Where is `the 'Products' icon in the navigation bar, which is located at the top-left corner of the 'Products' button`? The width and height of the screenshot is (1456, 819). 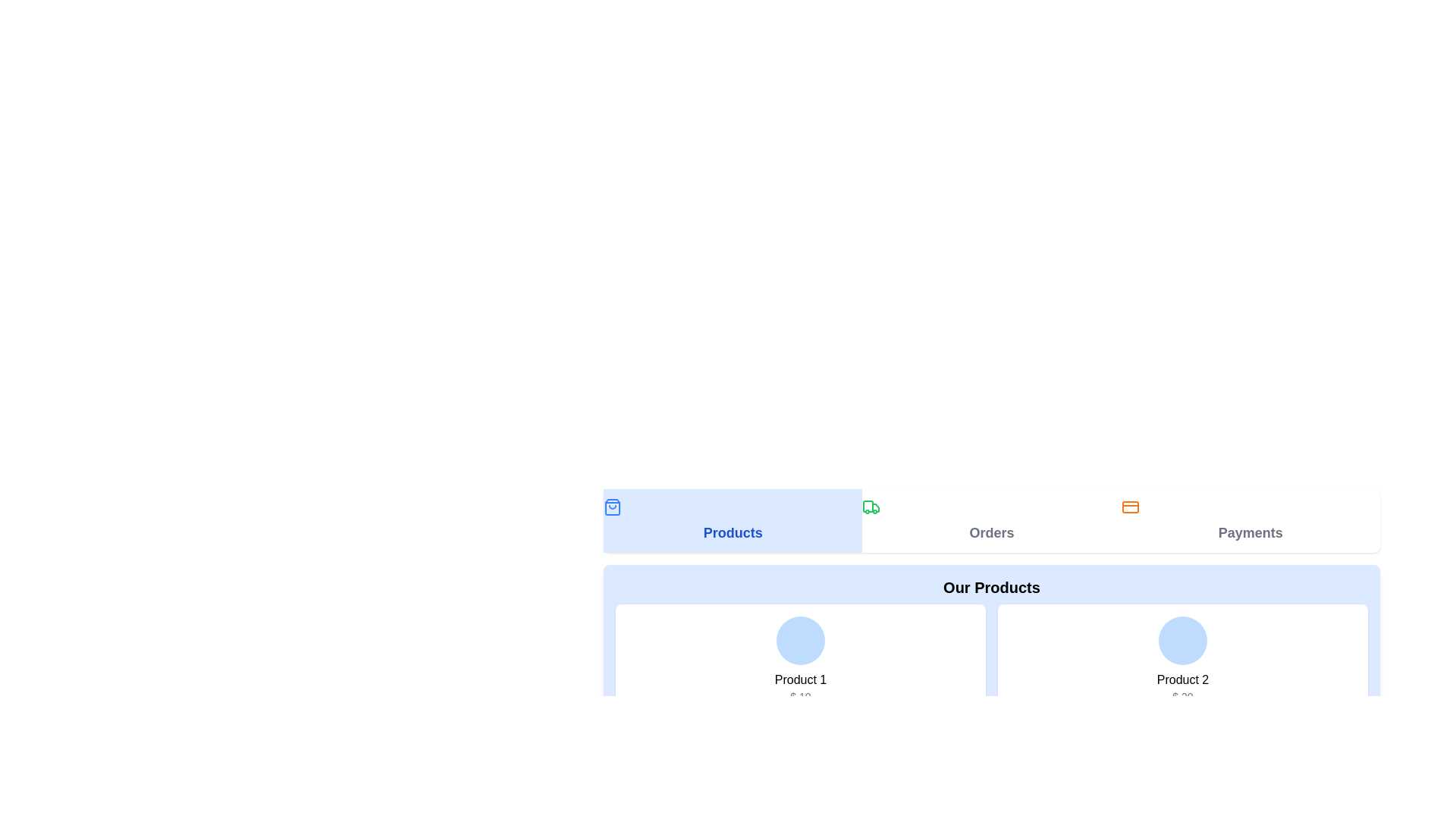
the 'Products' icon in the navigation bar, which is located at the top-left corner of the 'Products' button is located at coordinates (612, 507).